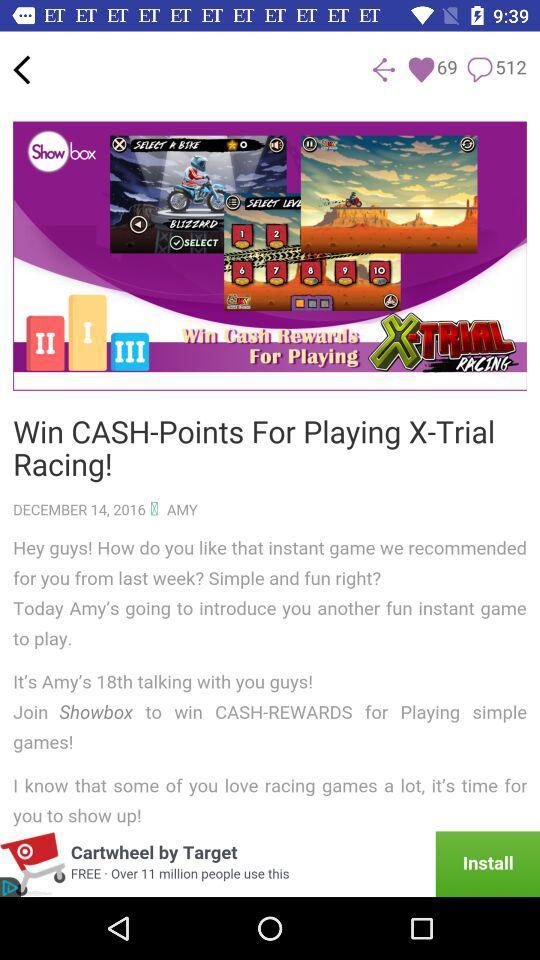  What do you see at coordinates (270, 863) in the screenshot?
I see `advertisement banner` at bounding box center [270, 863].